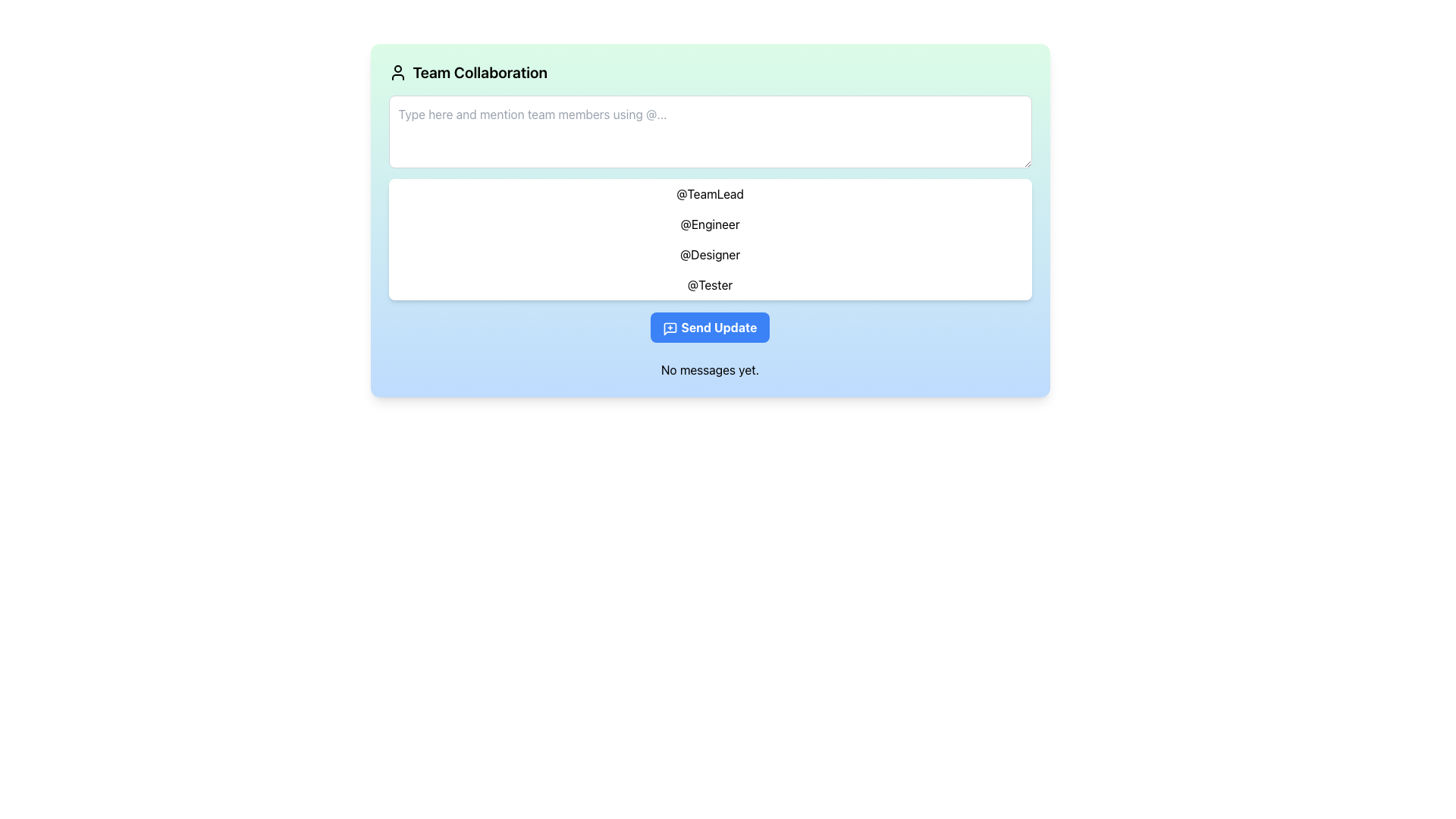  What do you see at coordinates (709, 193) in the screenshot?
I see `to select the menu item displaying '@TeamLead', which is the first entry in a vertically stacked list of options` at bounding box center [709, 193].